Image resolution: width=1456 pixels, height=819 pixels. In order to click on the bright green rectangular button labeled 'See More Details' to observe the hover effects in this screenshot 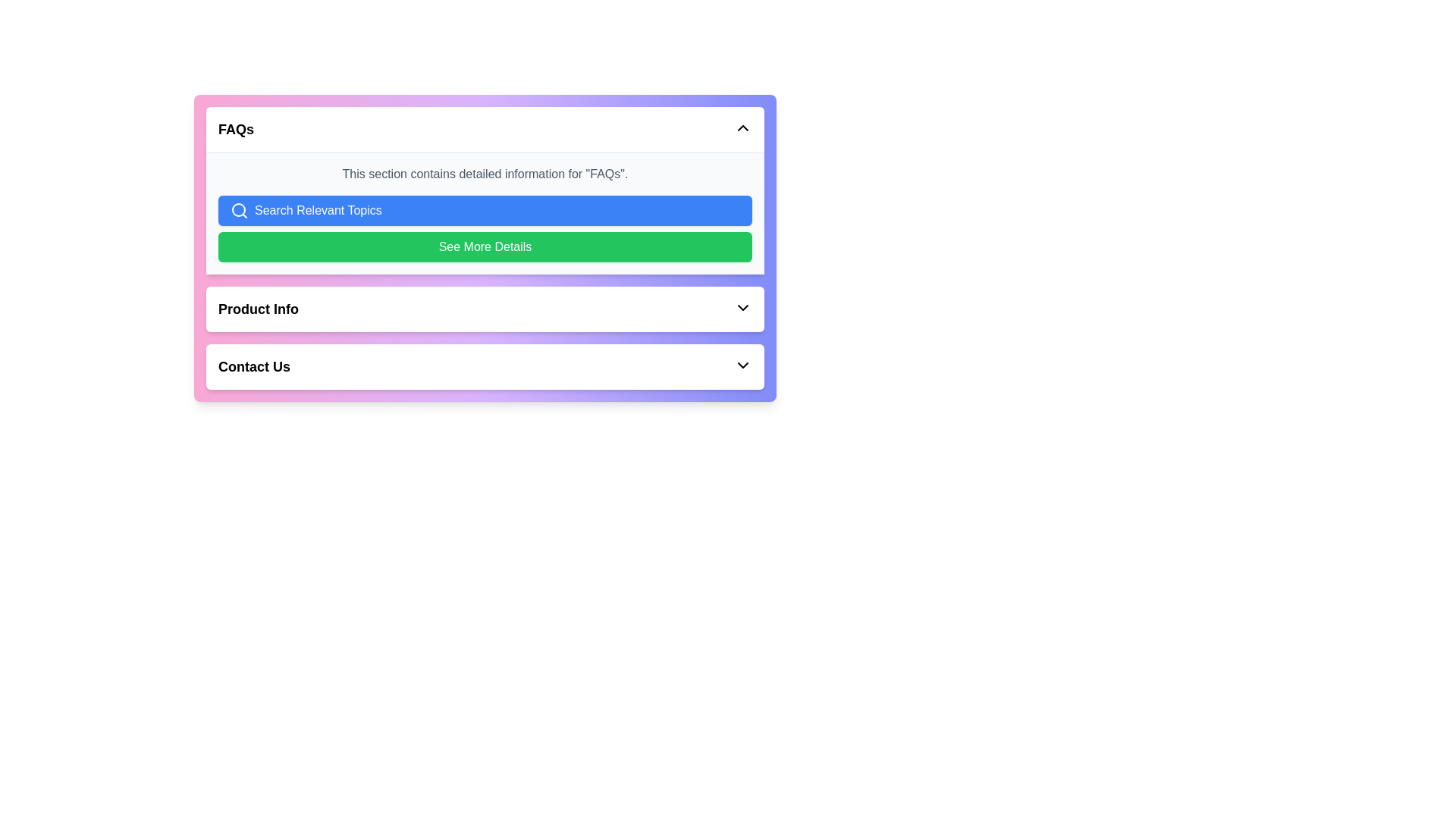, I will do `click(484, 246)`.